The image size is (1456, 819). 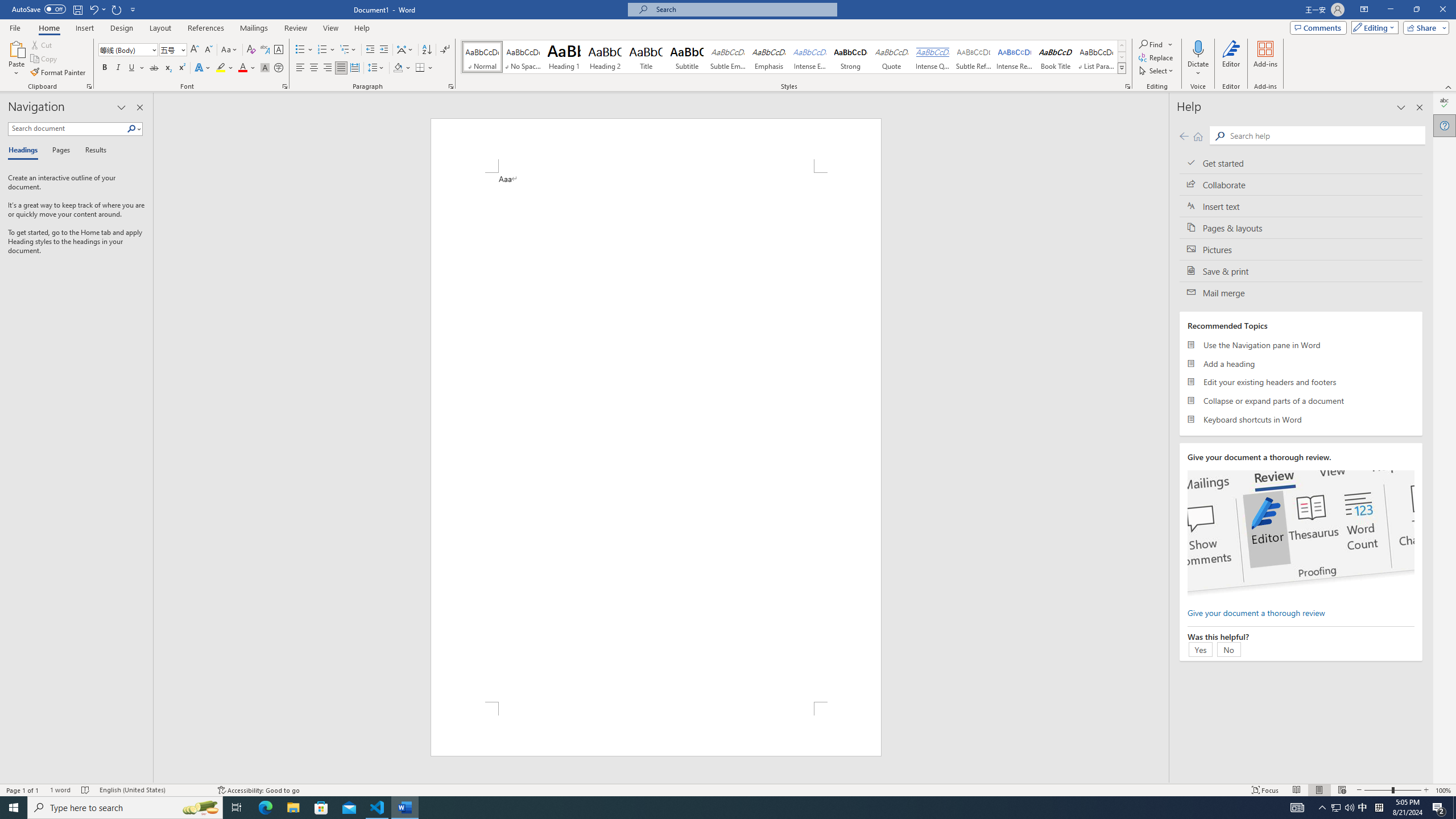 I want to click on 'Strikethrough', so click(x=154, y=67).